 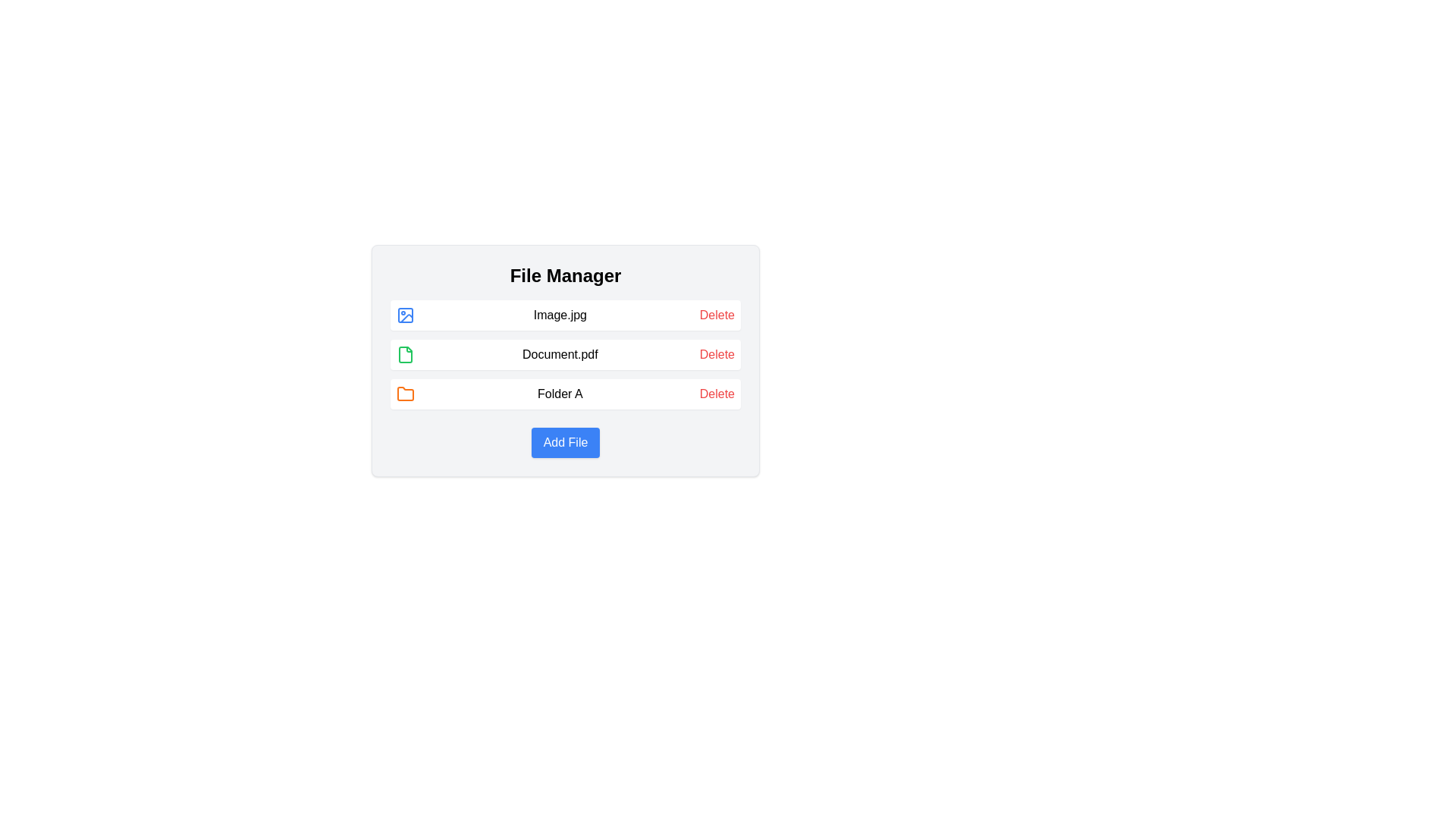 What do you see at coordinates (716, 315) in the screenshot?
I see `the red-colored text link labeled 'Delete'` at bounding box center [716, 315].